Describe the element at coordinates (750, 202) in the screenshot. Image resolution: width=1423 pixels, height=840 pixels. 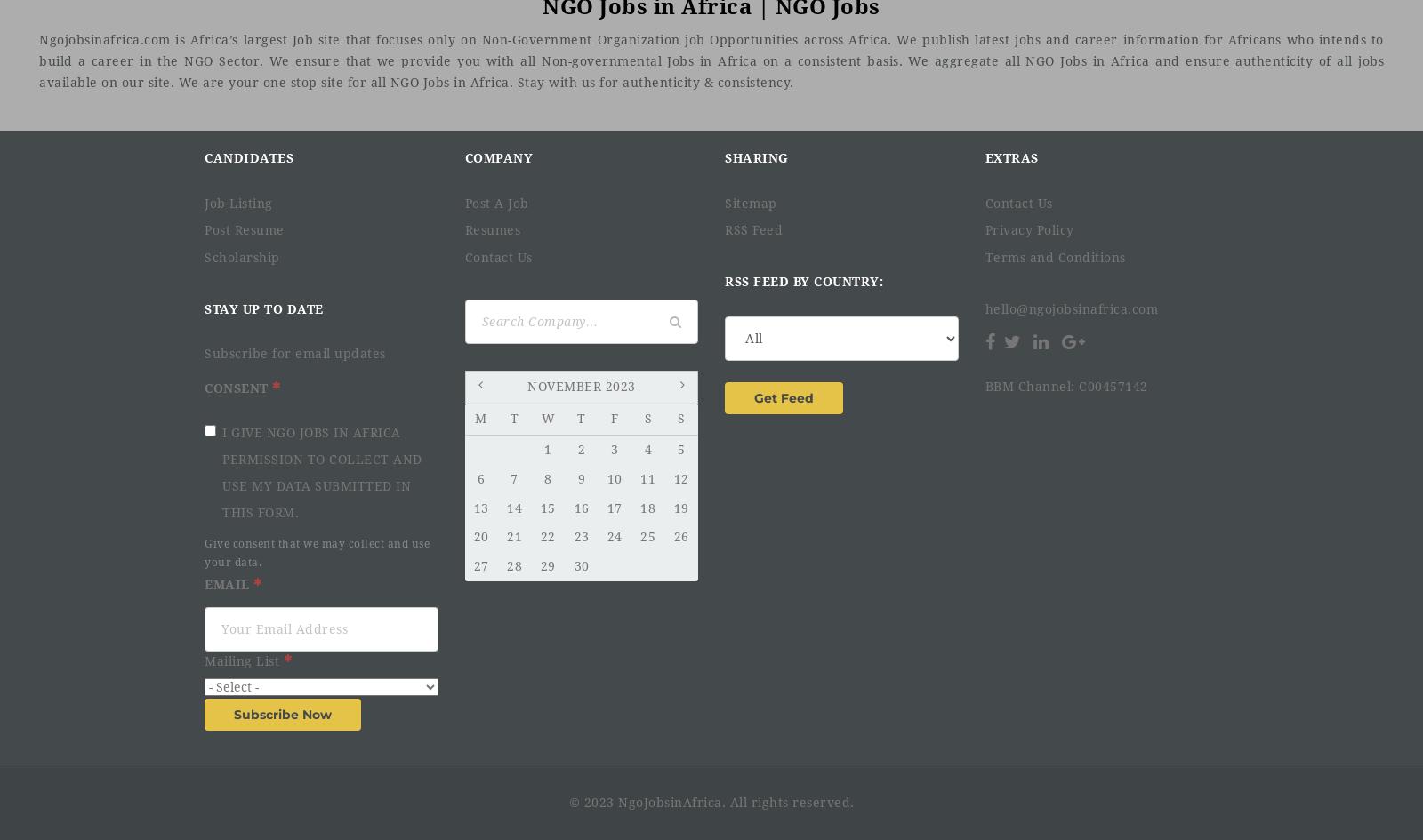
I see `'Sitemap'` at that location.